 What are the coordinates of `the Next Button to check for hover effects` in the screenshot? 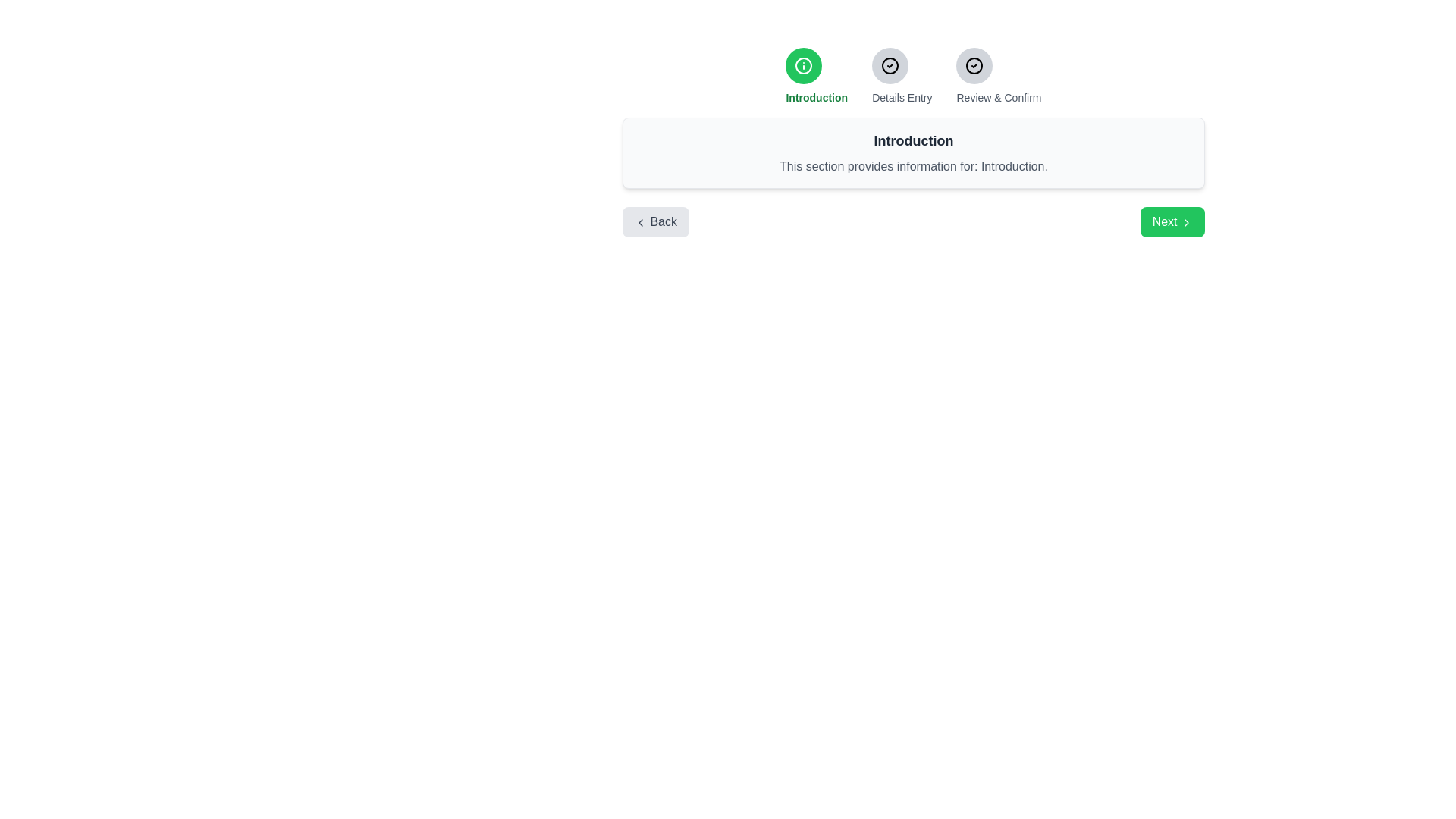 It's located at (1172, 222).